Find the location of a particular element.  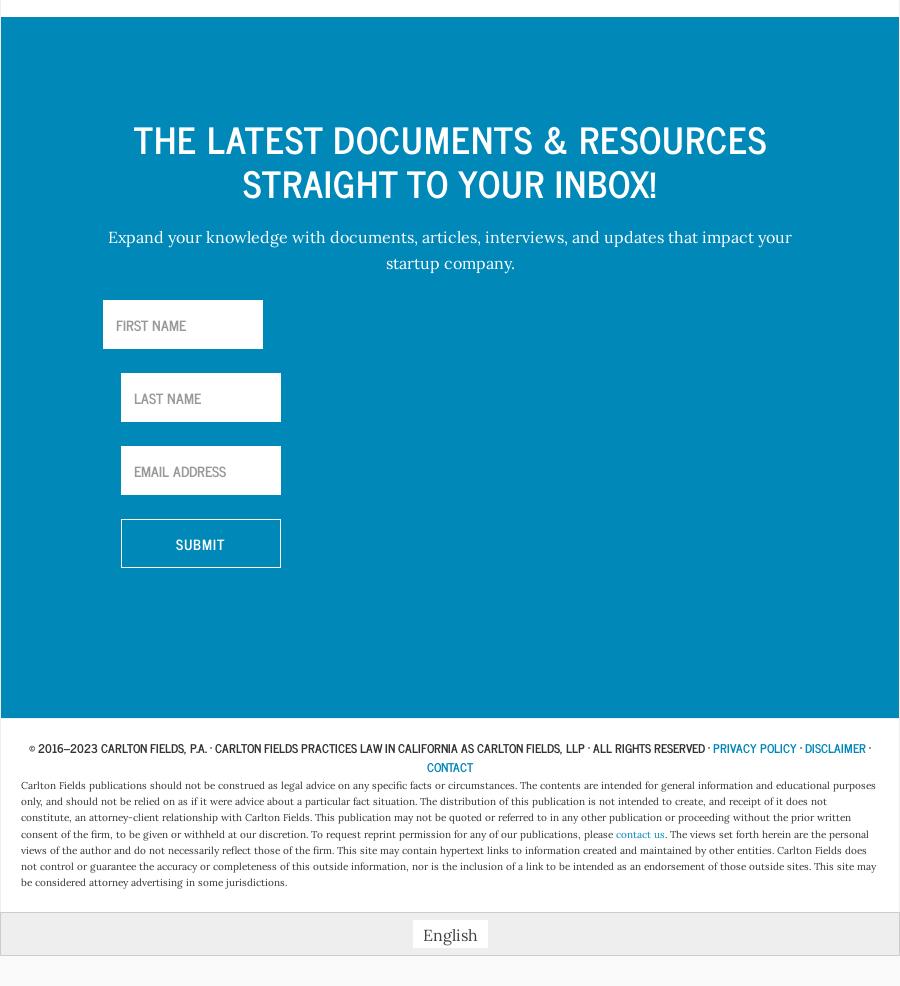

'Carlton Fields publications should not be construed as legal advice on any specific facts or circumstances. The contents are intended for general information and educational purposes only, and should not be relied on as if it were advice about a particular fact situation. The distribution of this publication is not intended to create, and receipt of it does not constitute, an attorney-client relationship with Carlton Fields. This publication may not be quoted or referred to in any other publication or proceeding without the prior written consent of the firm, to be given or withheld at our discretion. To request reprint permission for any of our publications, please' is located at coordinates (448, 809).